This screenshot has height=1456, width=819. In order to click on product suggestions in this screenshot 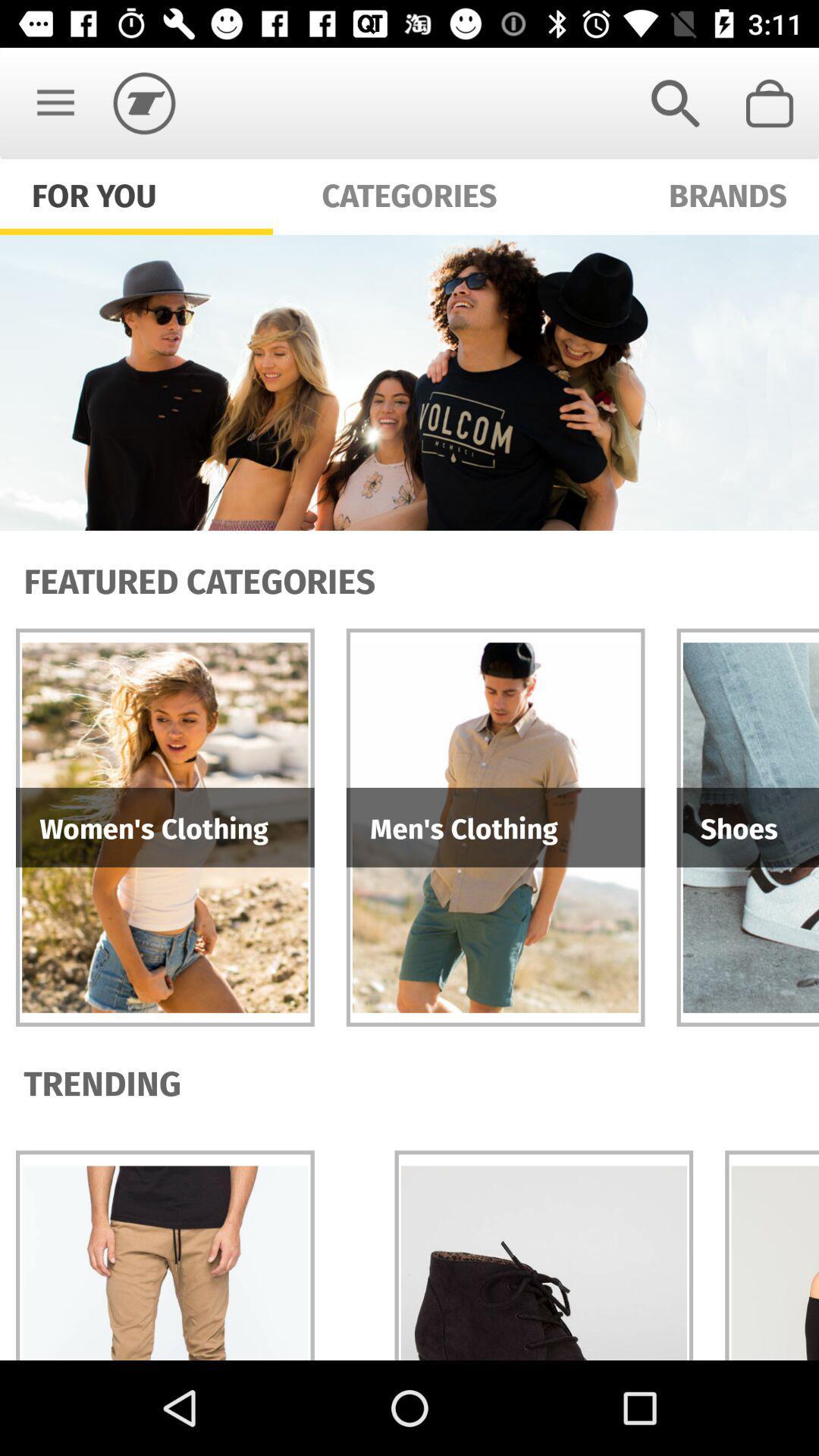, I will do `click(409, 382)`.